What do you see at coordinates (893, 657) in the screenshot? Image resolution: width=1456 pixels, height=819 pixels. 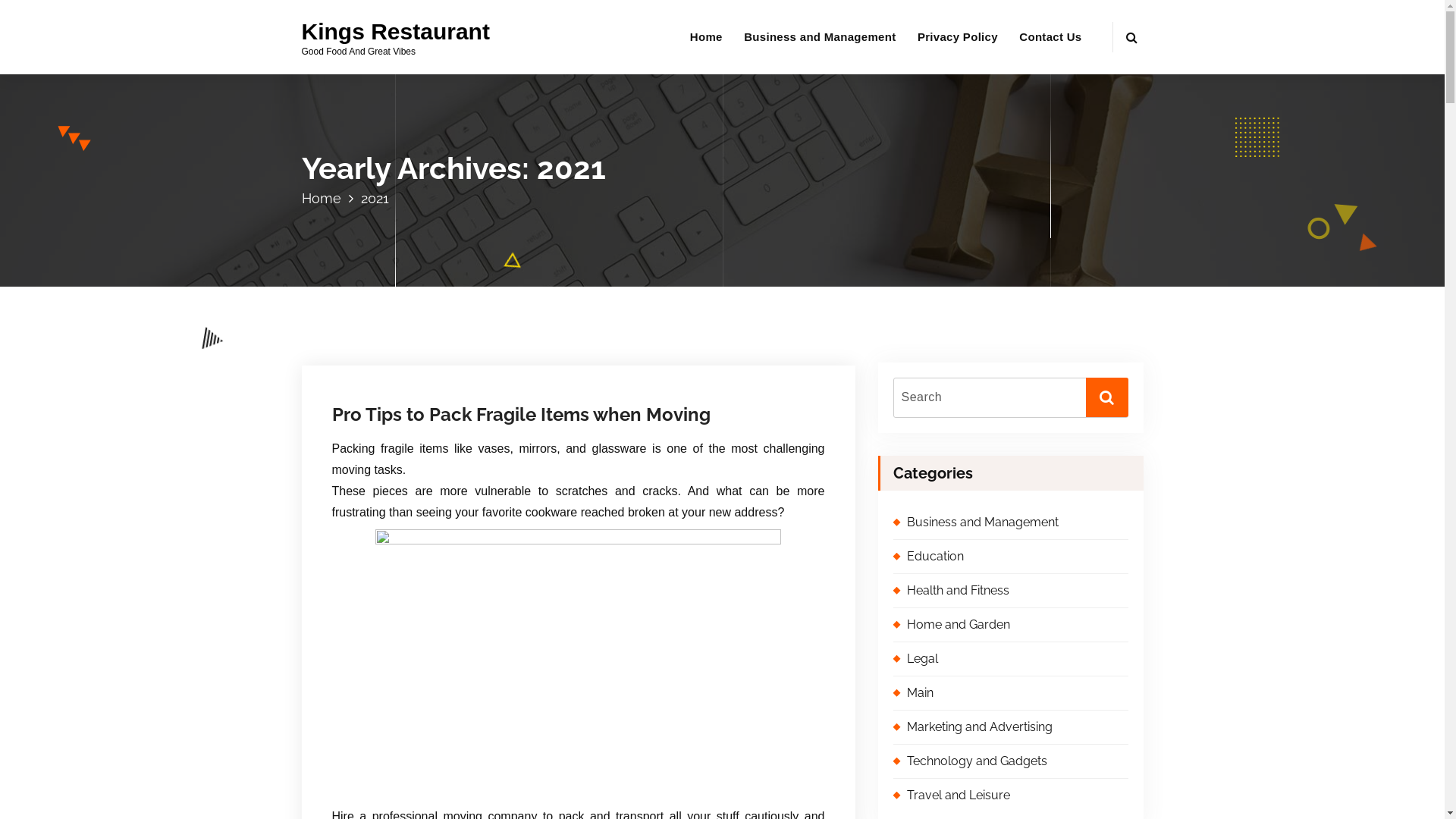 I see `'Legal'` at bounding box center [893, 657].